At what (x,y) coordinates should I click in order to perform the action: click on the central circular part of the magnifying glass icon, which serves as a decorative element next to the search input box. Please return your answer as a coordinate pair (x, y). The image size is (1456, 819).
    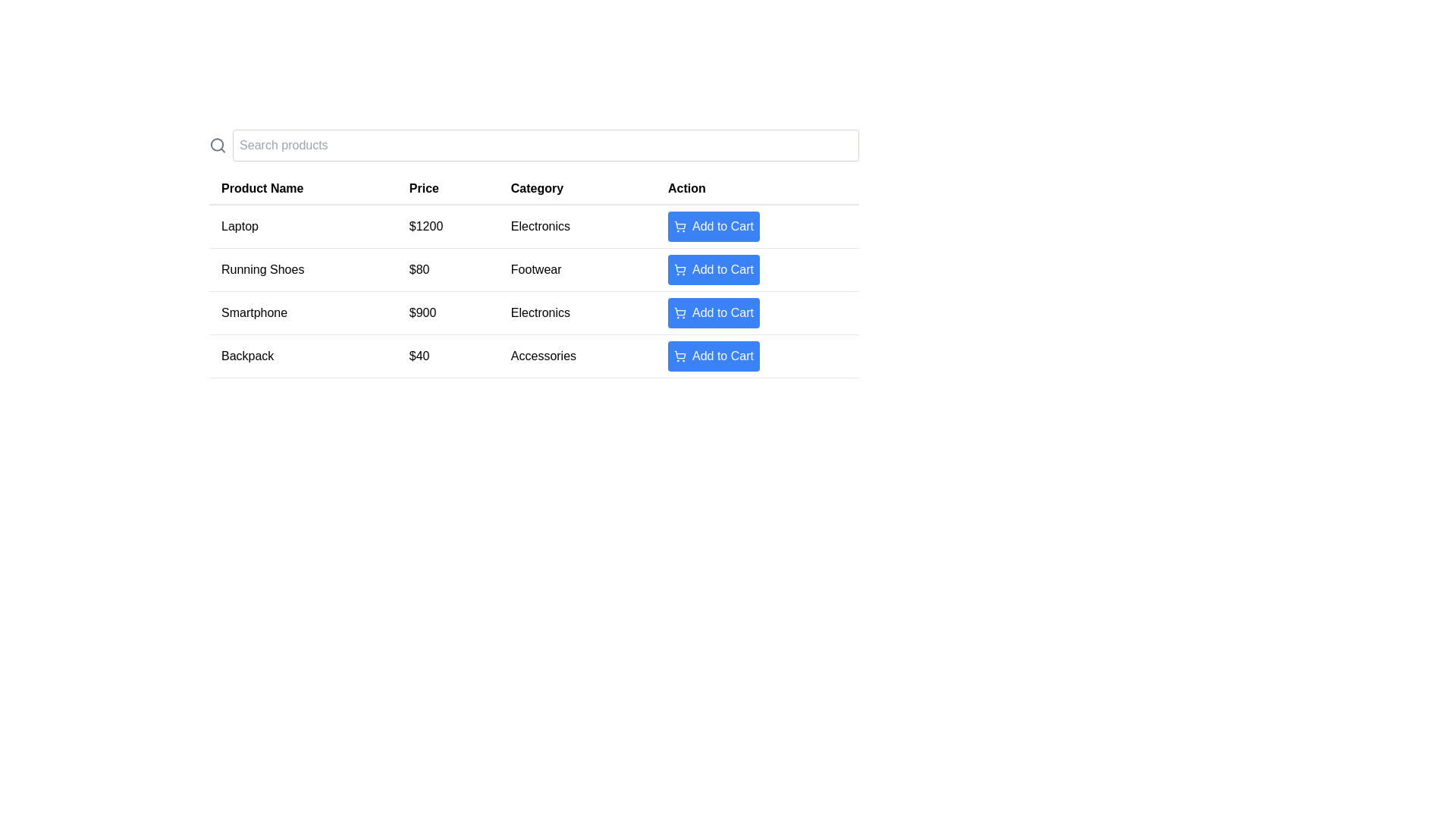
    Looking at the image, I should click on (216, 145).